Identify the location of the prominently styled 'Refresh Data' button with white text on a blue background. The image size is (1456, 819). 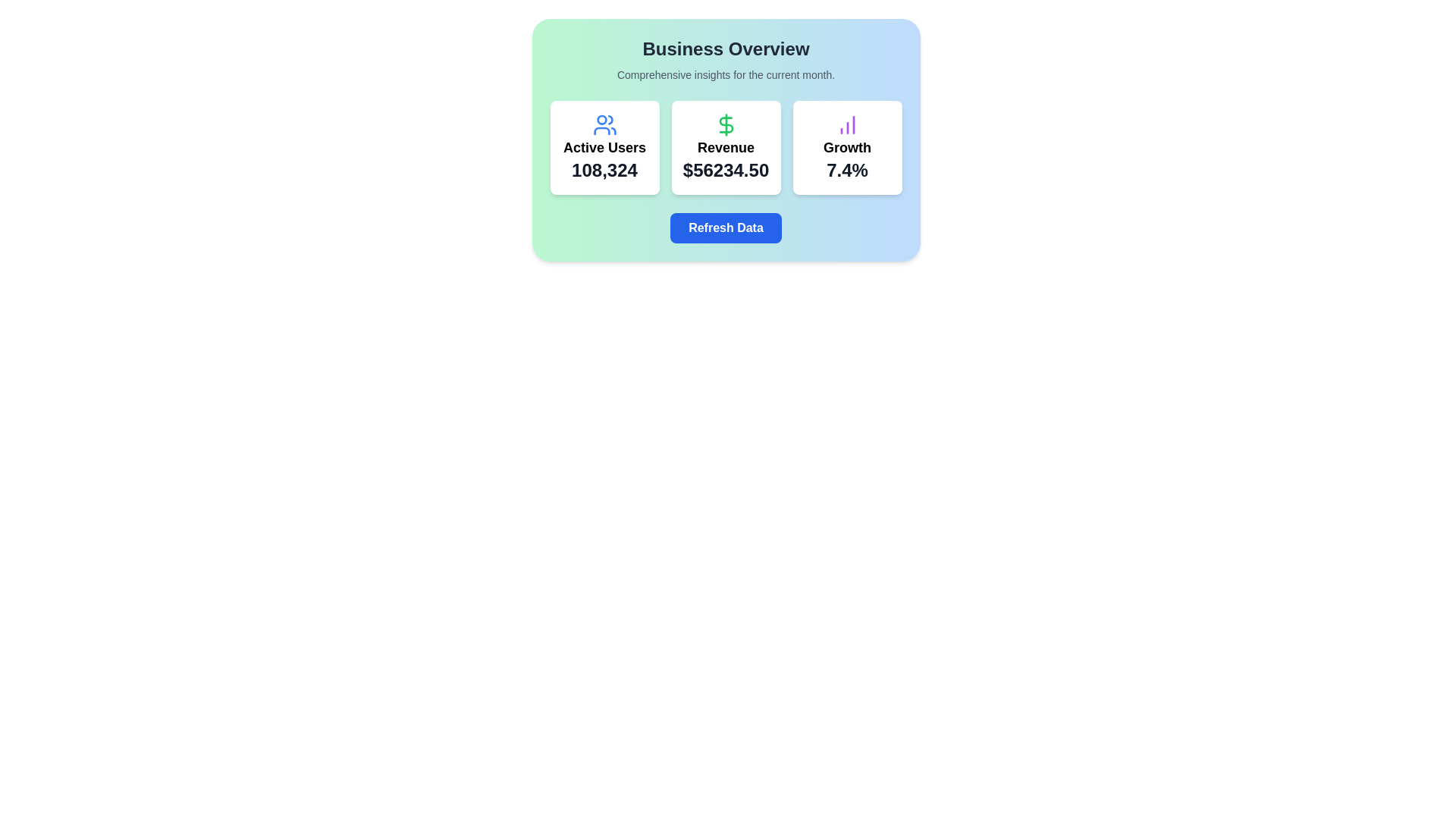
(725, 227).